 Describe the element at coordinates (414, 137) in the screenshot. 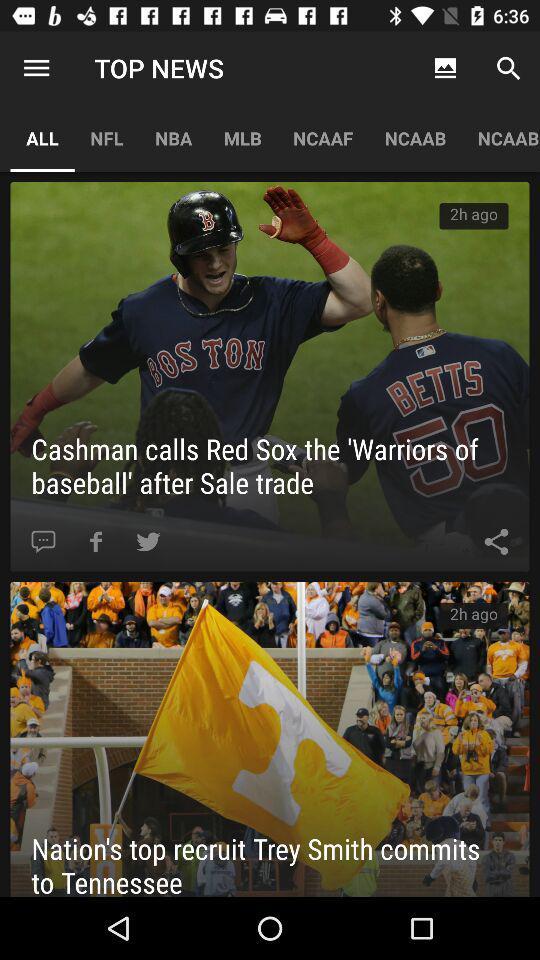

I see `the icon to the right of ncaaf app` at that location.